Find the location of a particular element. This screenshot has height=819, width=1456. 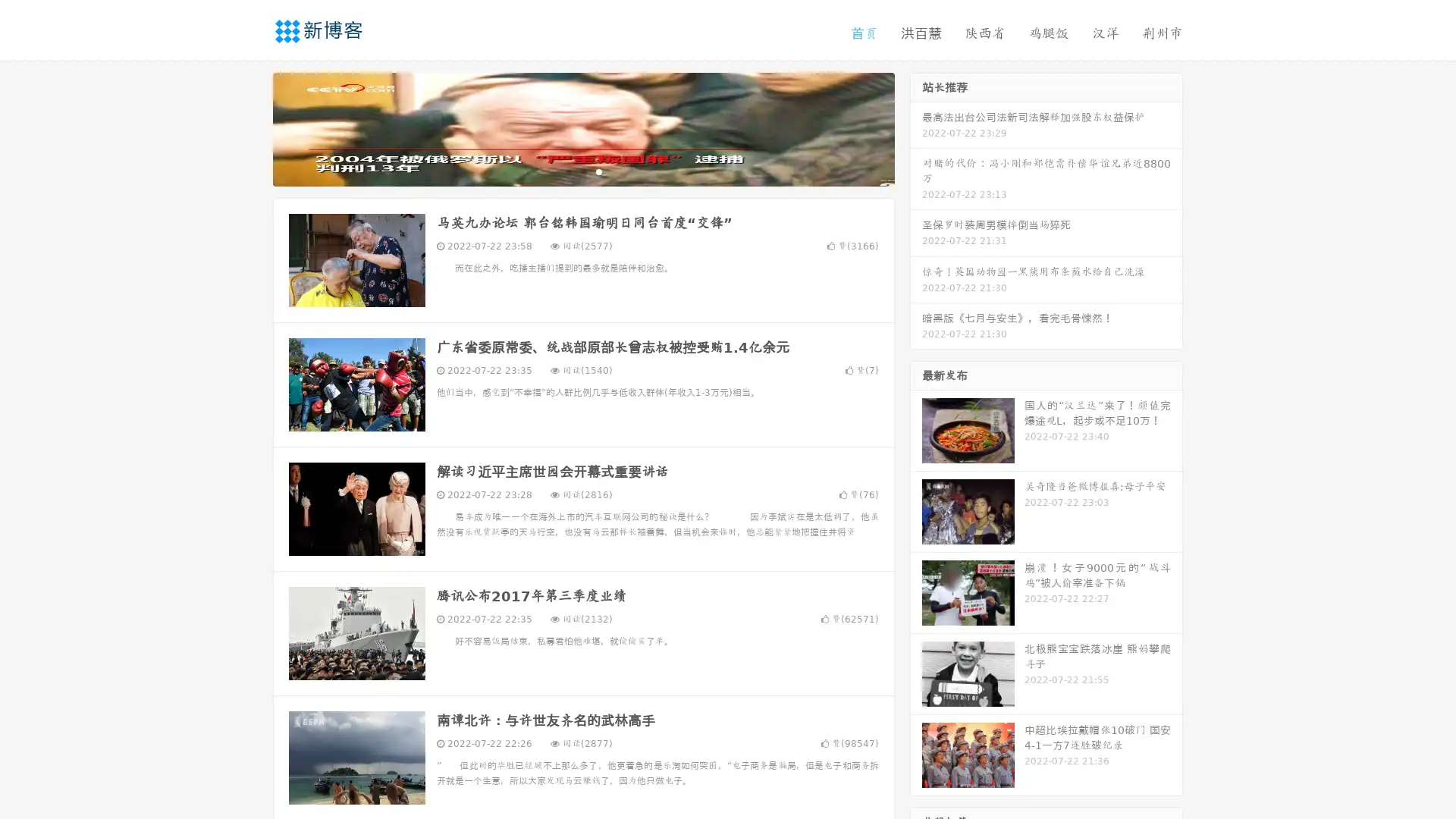

Go to slide 2 is located at coordinates (582, 171).